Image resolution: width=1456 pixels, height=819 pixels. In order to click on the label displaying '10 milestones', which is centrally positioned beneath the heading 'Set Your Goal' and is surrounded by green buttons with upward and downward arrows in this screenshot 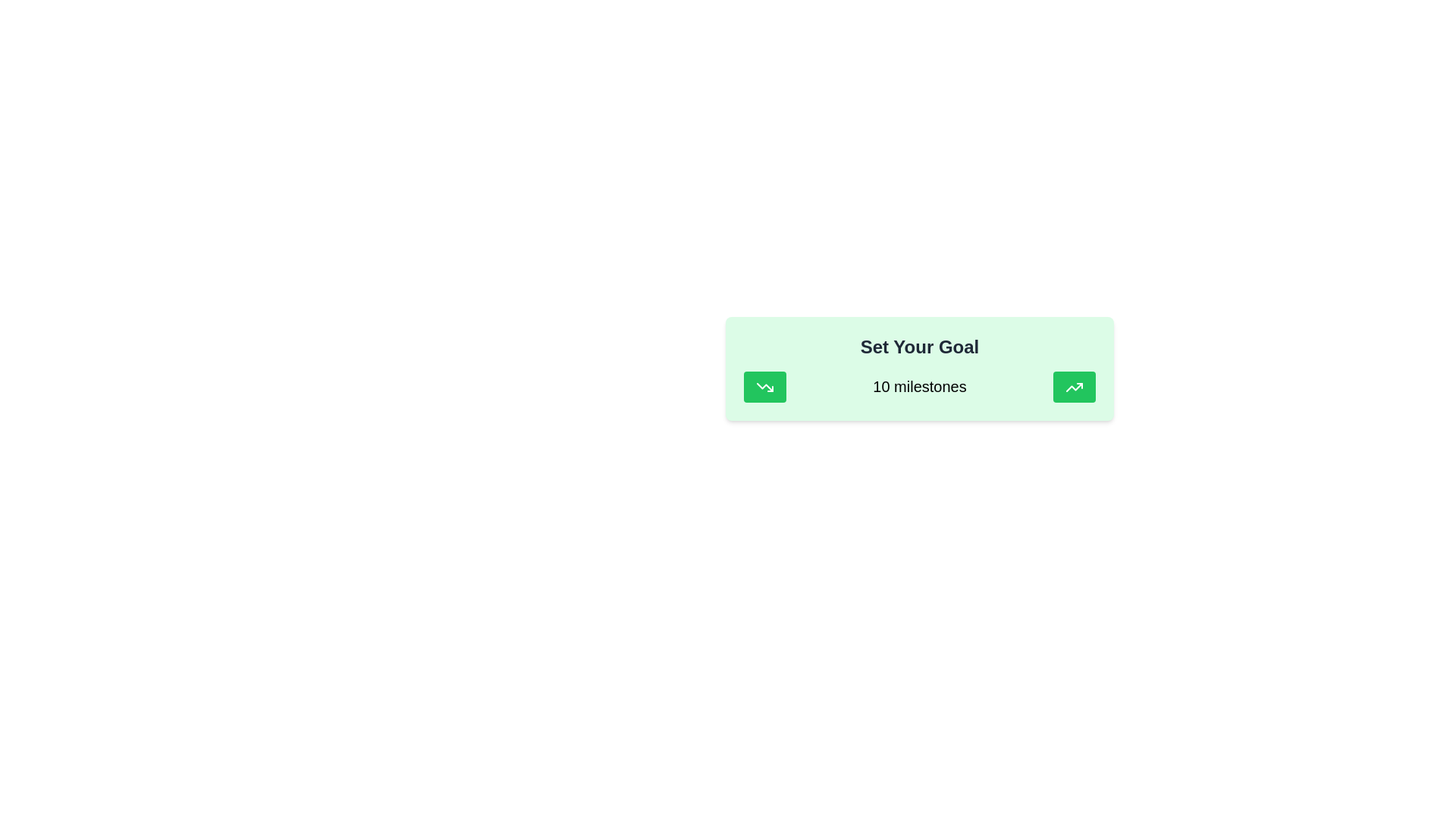, I will do `click(919, 385)`.